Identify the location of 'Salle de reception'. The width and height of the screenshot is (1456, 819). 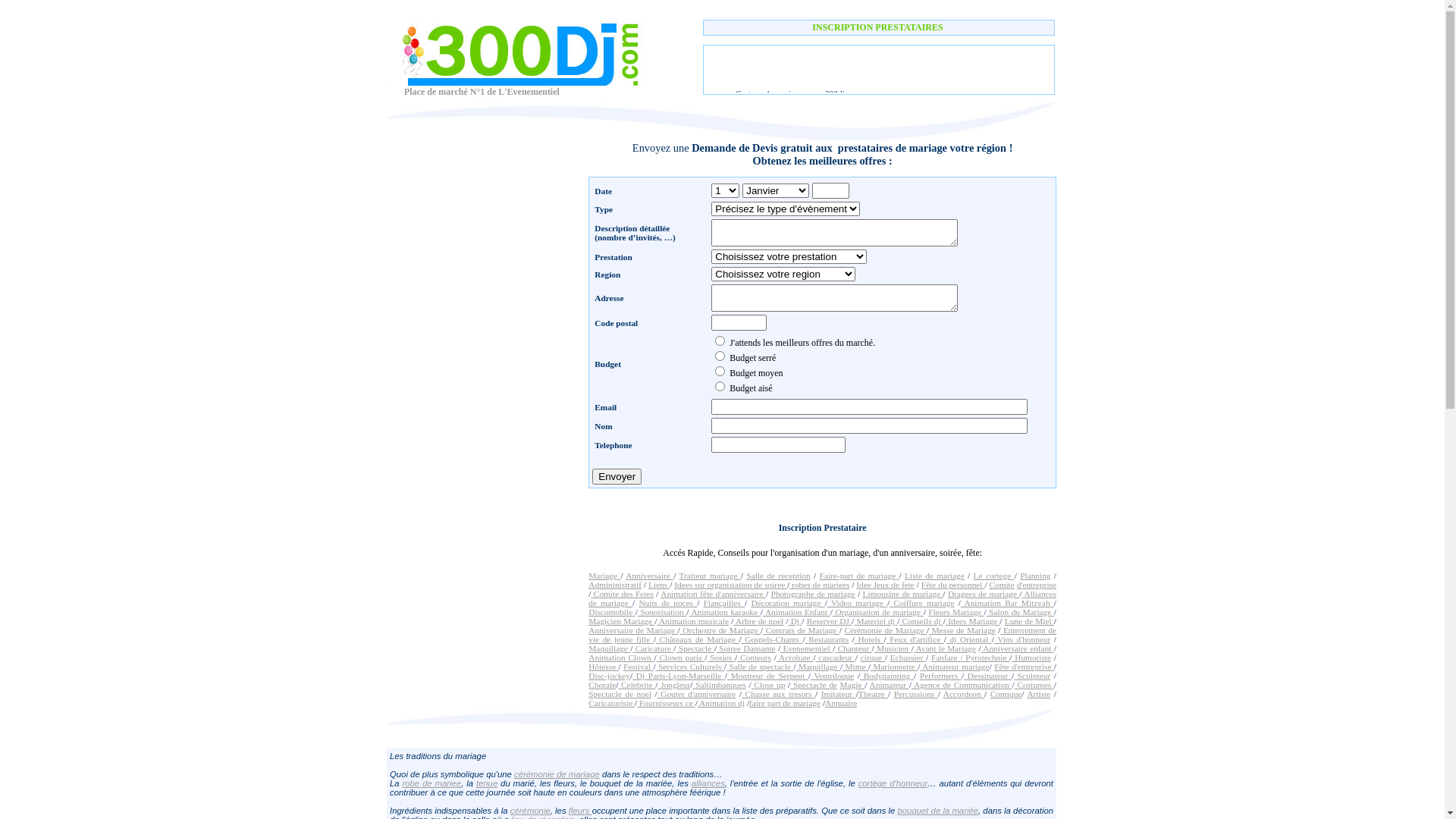
(778, 576).